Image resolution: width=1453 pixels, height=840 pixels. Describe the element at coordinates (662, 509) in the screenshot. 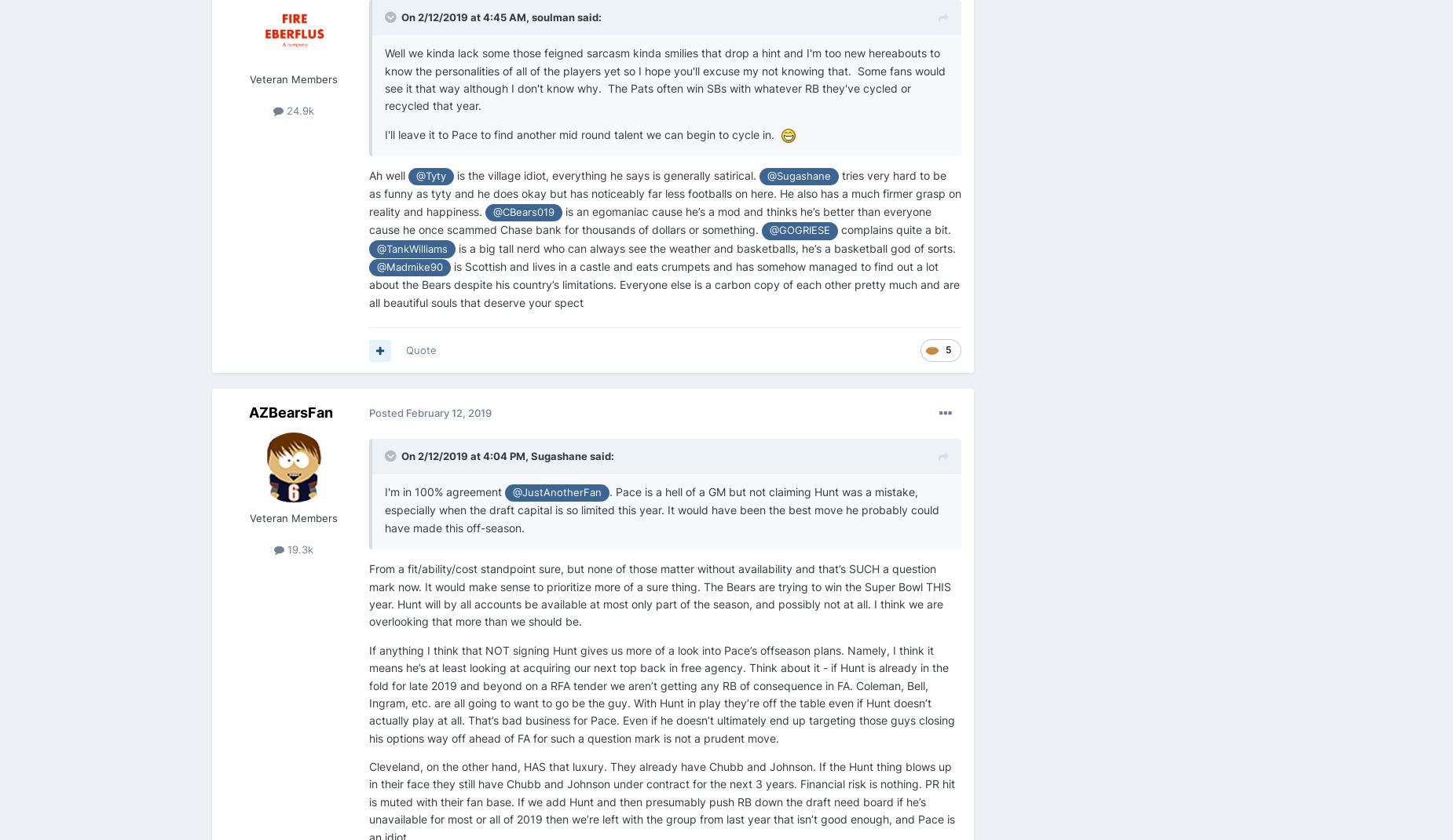

I see `'. Pace is a hell of a GM but not claiming Hunt was a mistake, especially when the draft capital is so limited this year. It would have been the best move he probably could have made this off-season.'` at that location.